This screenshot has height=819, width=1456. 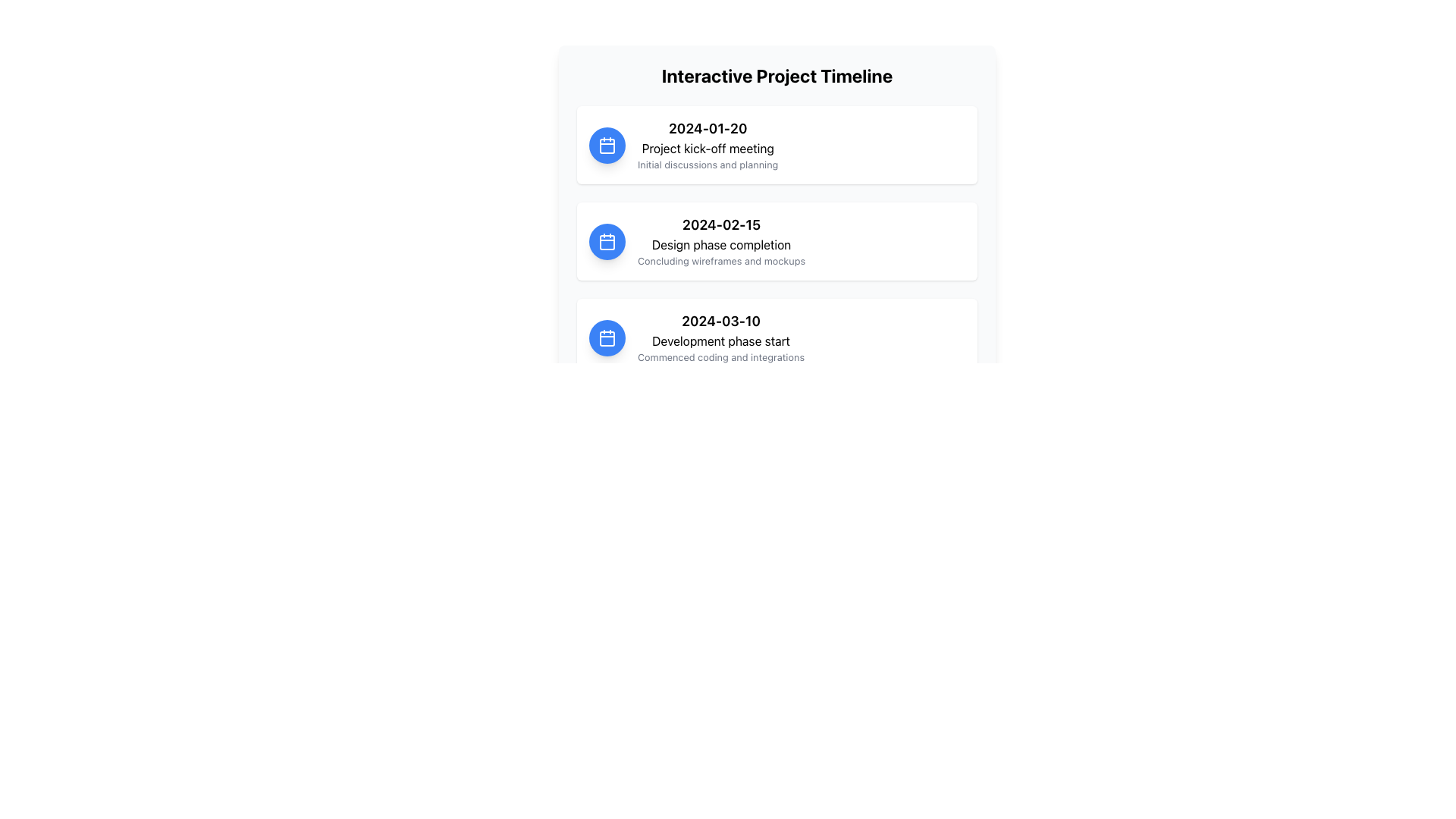 I want to click on the bold text label displaying 'Project kick-off meeting', which is positioned under the date '2024-01-20' and above the description 'Initial discussions and planning', so click(x=707, y=149).